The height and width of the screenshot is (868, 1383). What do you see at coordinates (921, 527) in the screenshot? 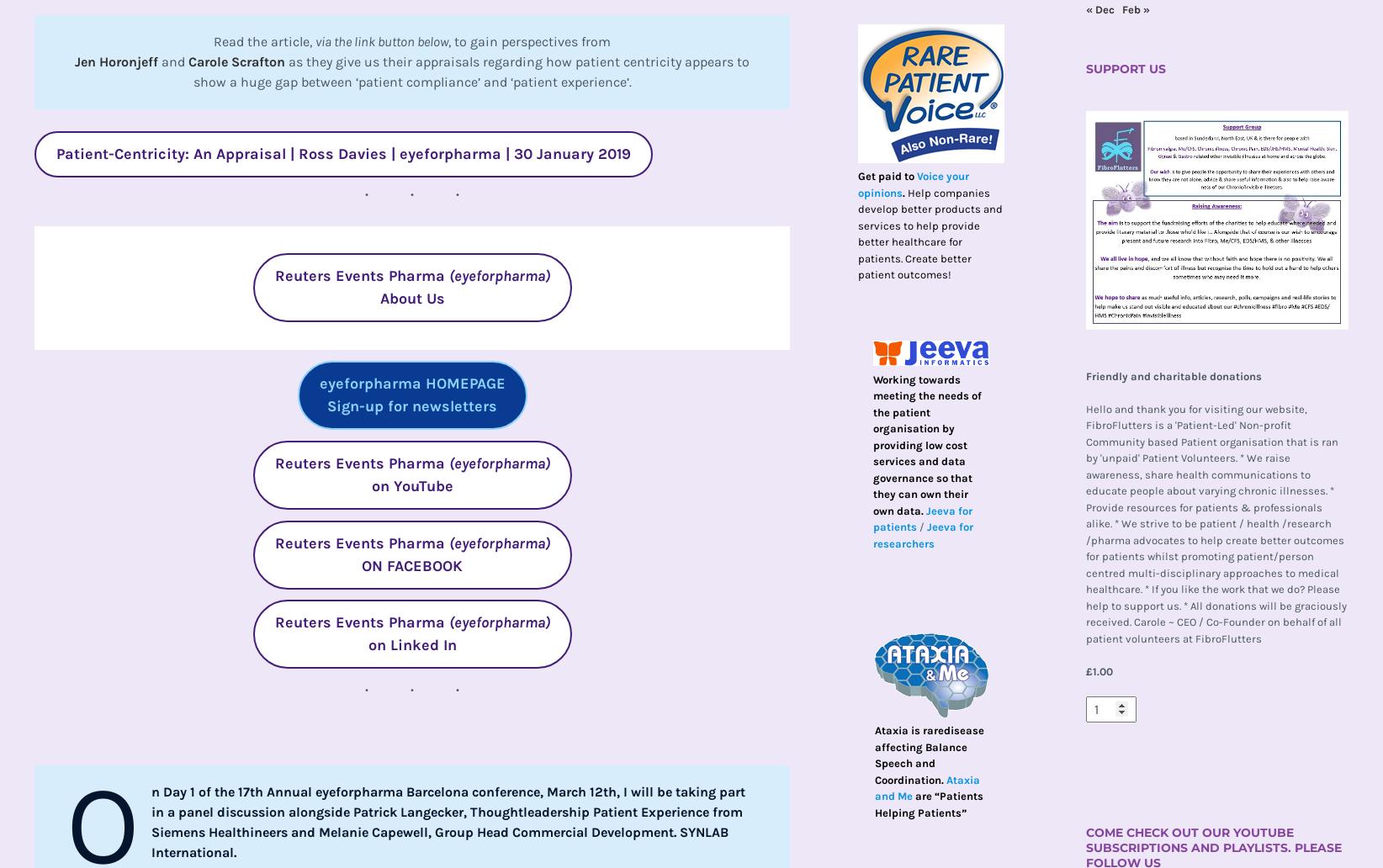
I see `'/'` at bounding box center [921, 527].